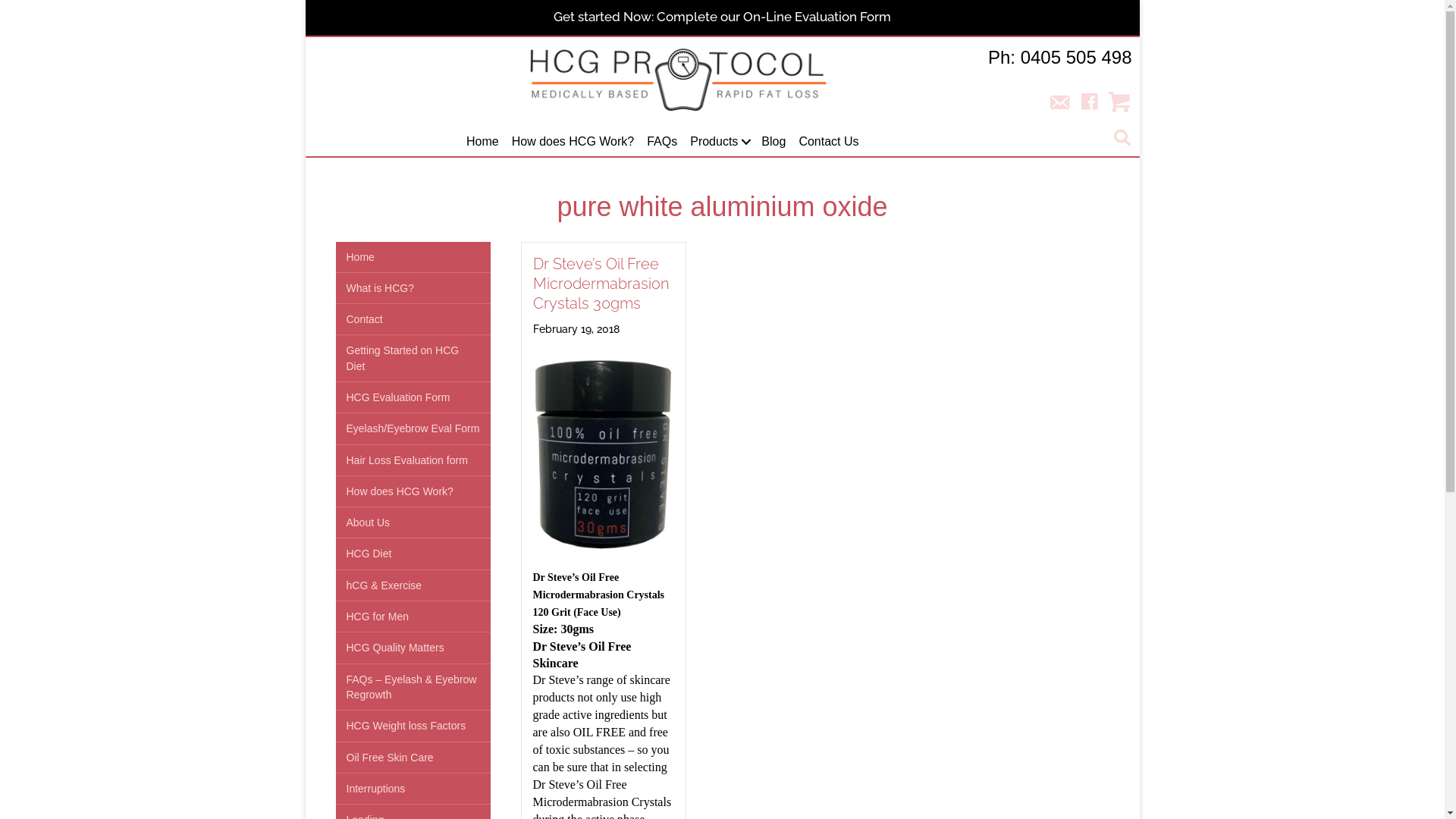 The image size is (1456, 819). I want to click on 'Products', so click(718, 141).